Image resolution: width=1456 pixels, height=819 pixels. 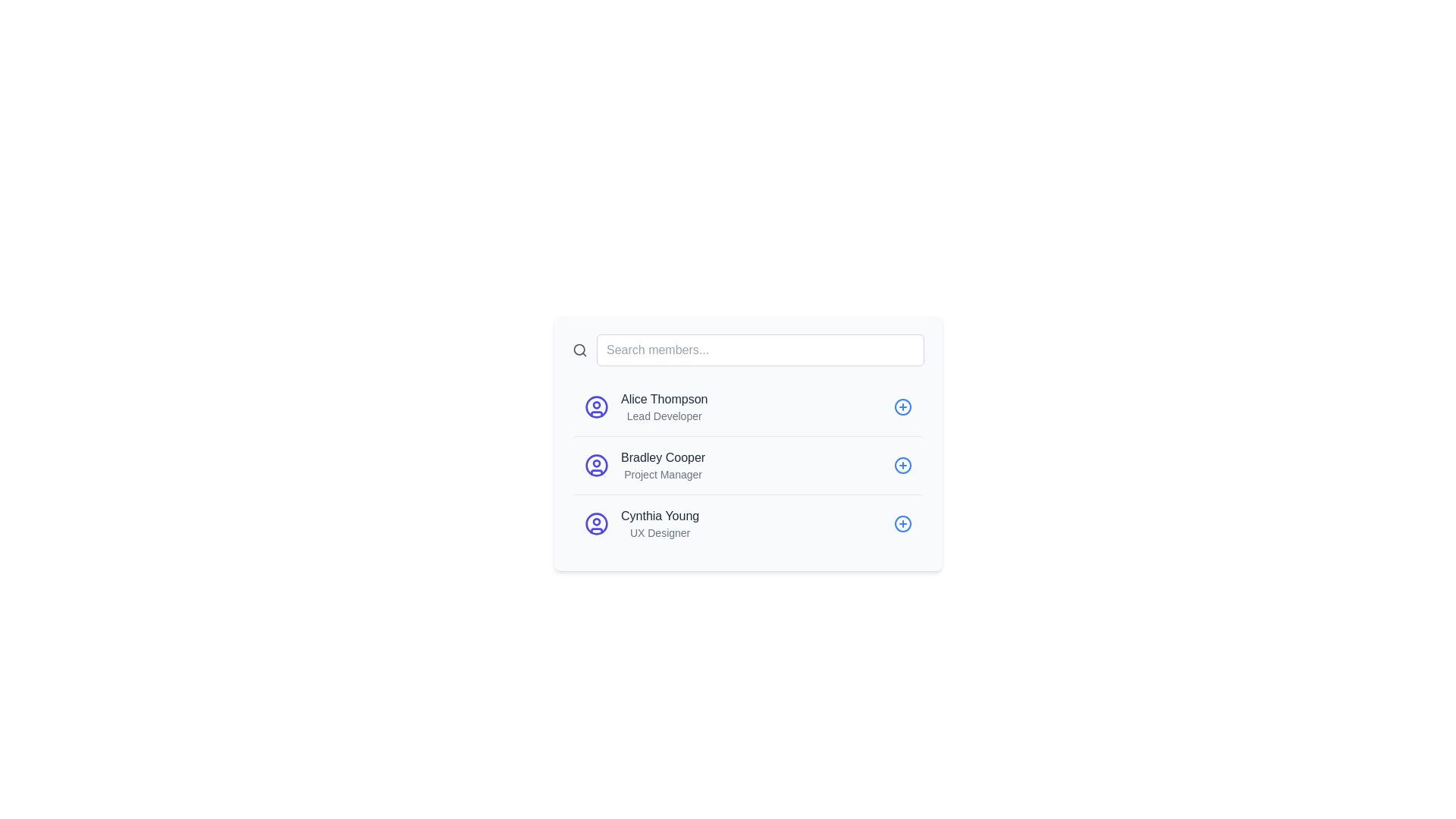 What do you see at coordinates (596, 464) in the screenshot?
I see `the user profile icon, which is an indigo SVG graphic styled with a circular outline and located to the left of 'Bradley Cooper' and 'Project Manager'` at bounding box center [596, 464].